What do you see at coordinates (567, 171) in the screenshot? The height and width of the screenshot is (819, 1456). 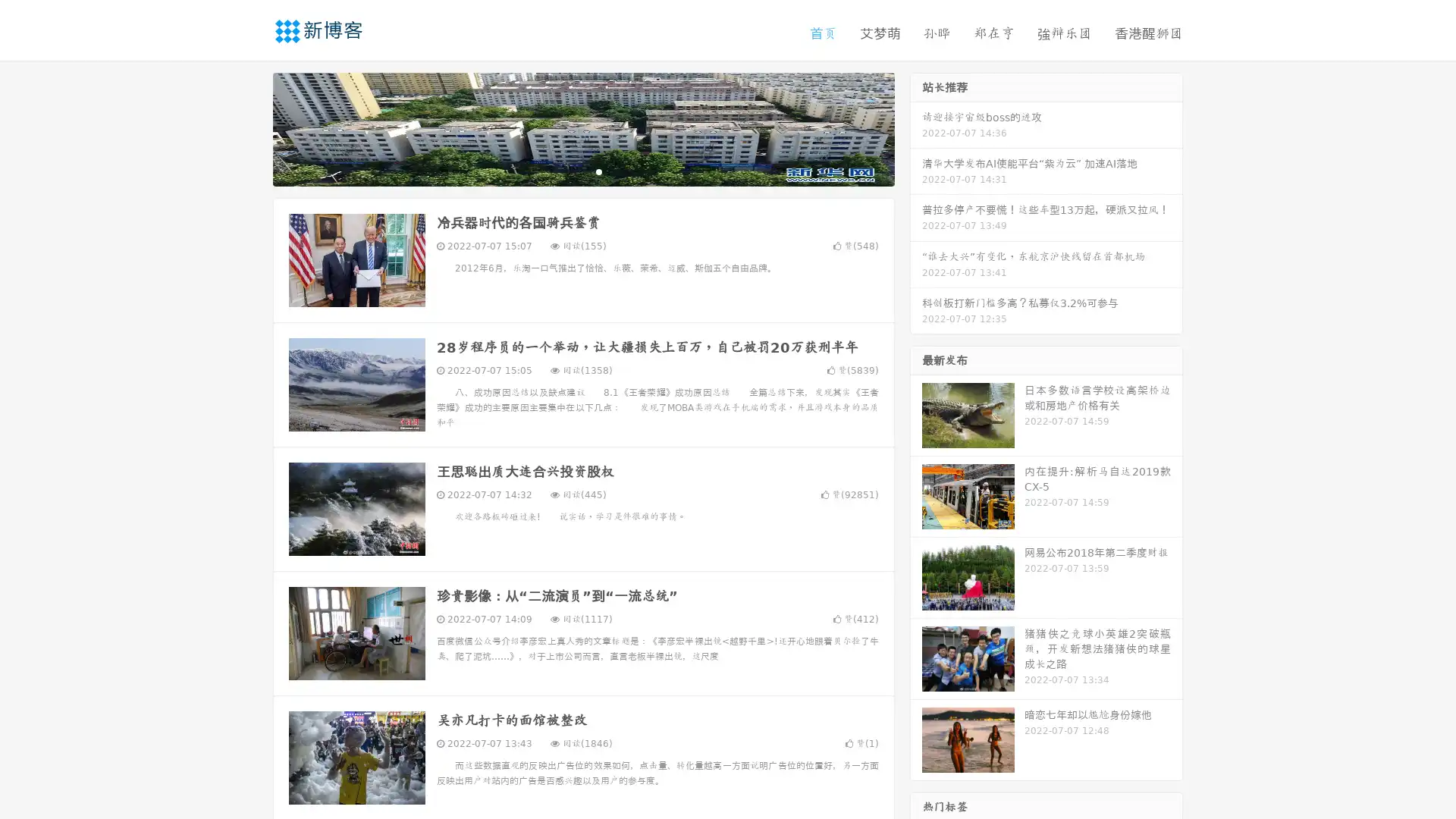 I see `Go to slide 1` at bounding box center [567, 171].